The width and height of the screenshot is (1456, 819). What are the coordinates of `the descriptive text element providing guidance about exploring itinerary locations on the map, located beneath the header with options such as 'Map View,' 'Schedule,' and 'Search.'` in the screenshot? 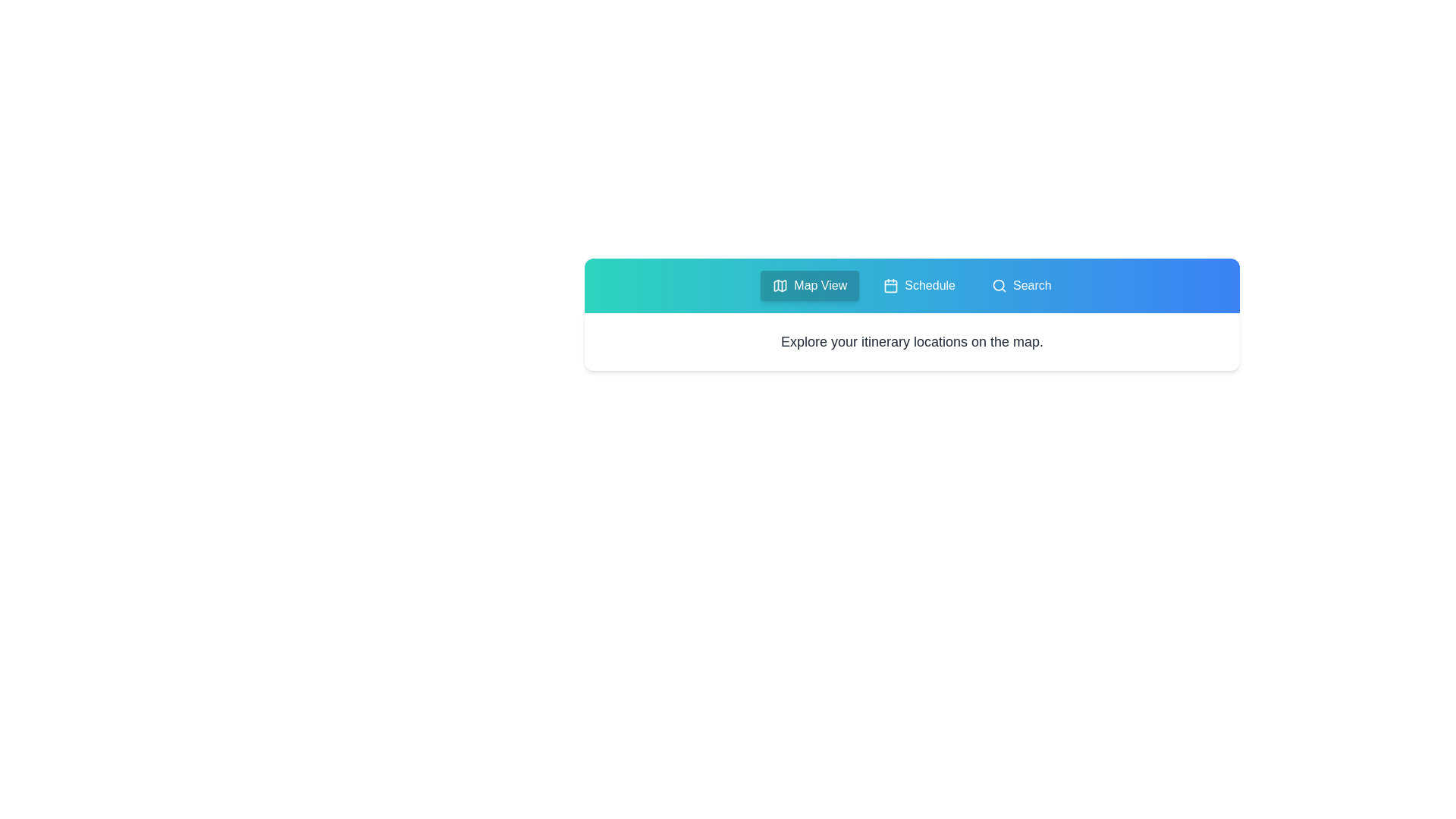 It's located at (912, 314).